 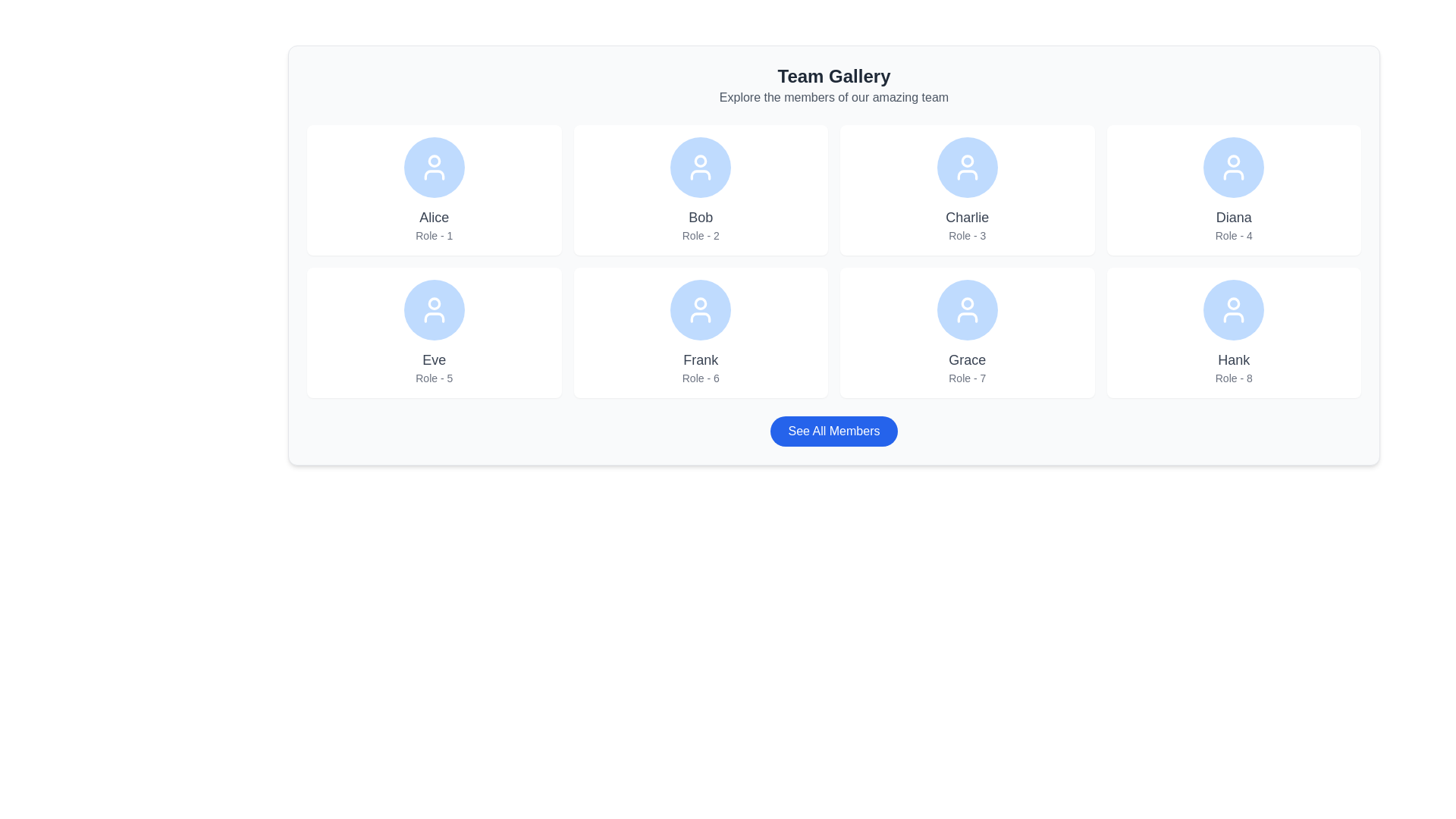 I want to click on the label displaying 'Role - 3' which is part of the card for 'Charlie', located in the top row, third column of the grid layout, so click(x=966, y=236).